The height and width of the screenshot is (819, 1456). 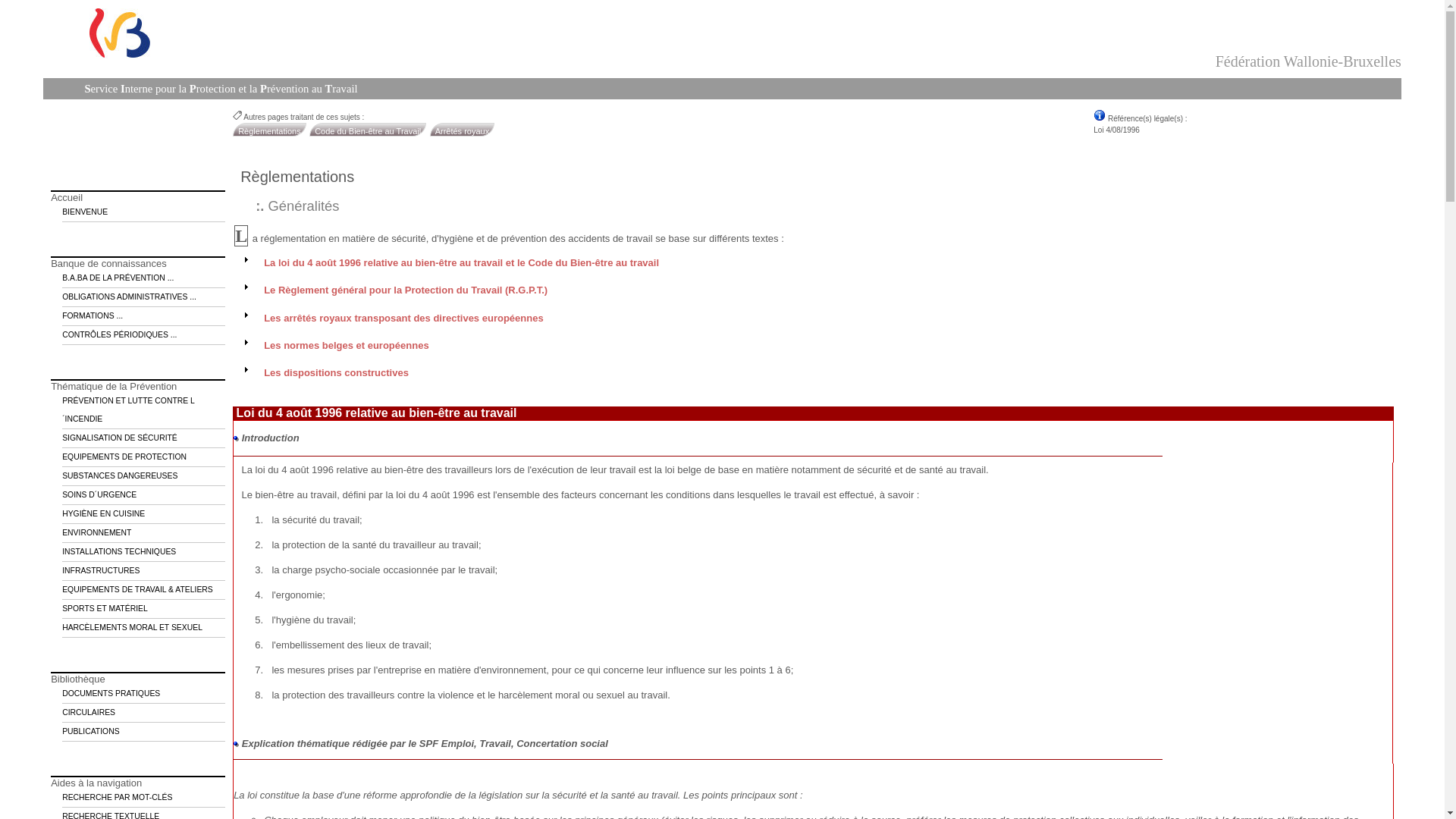 What do you see at coordinates (61, 713) in the screenshot?
I see `'CIRCULAIRES'` at bounding box center [61, 713].